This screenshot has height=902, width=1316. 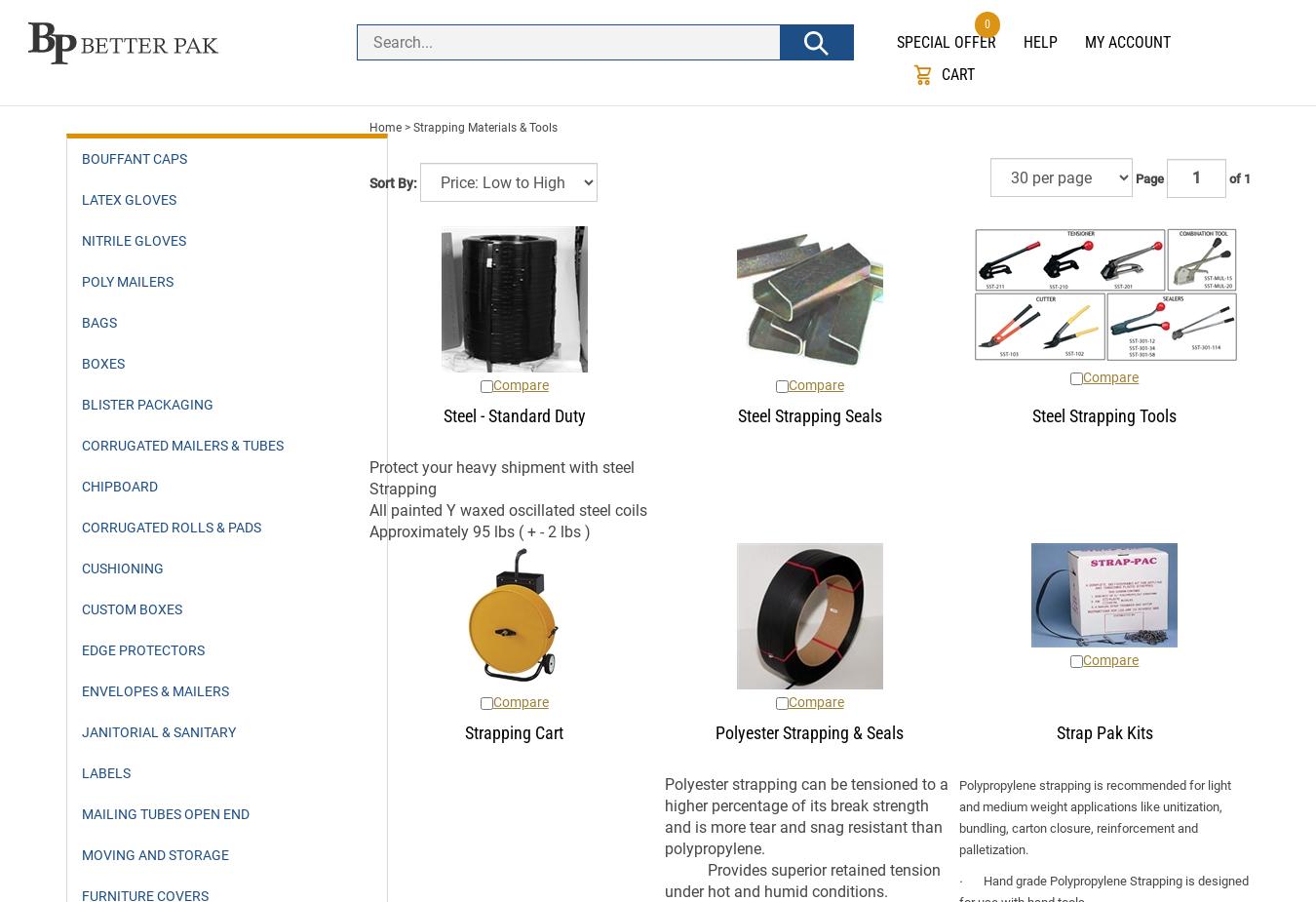 I want to click on '>', so click(x=406, y=126).